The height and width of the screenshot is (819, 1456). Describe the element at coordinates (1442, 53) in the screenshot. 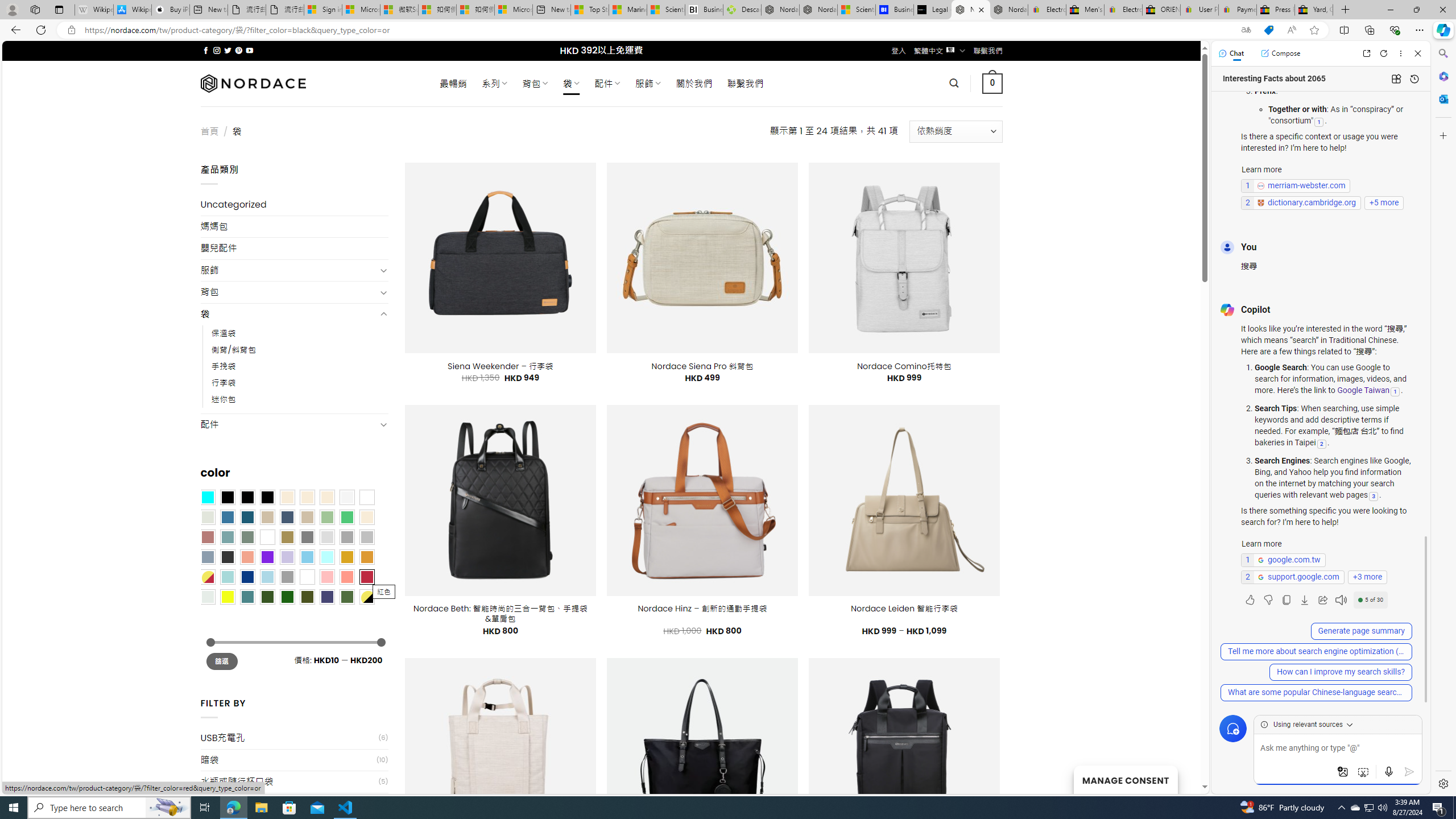

I see `'Minimize Search pane'` at that location.